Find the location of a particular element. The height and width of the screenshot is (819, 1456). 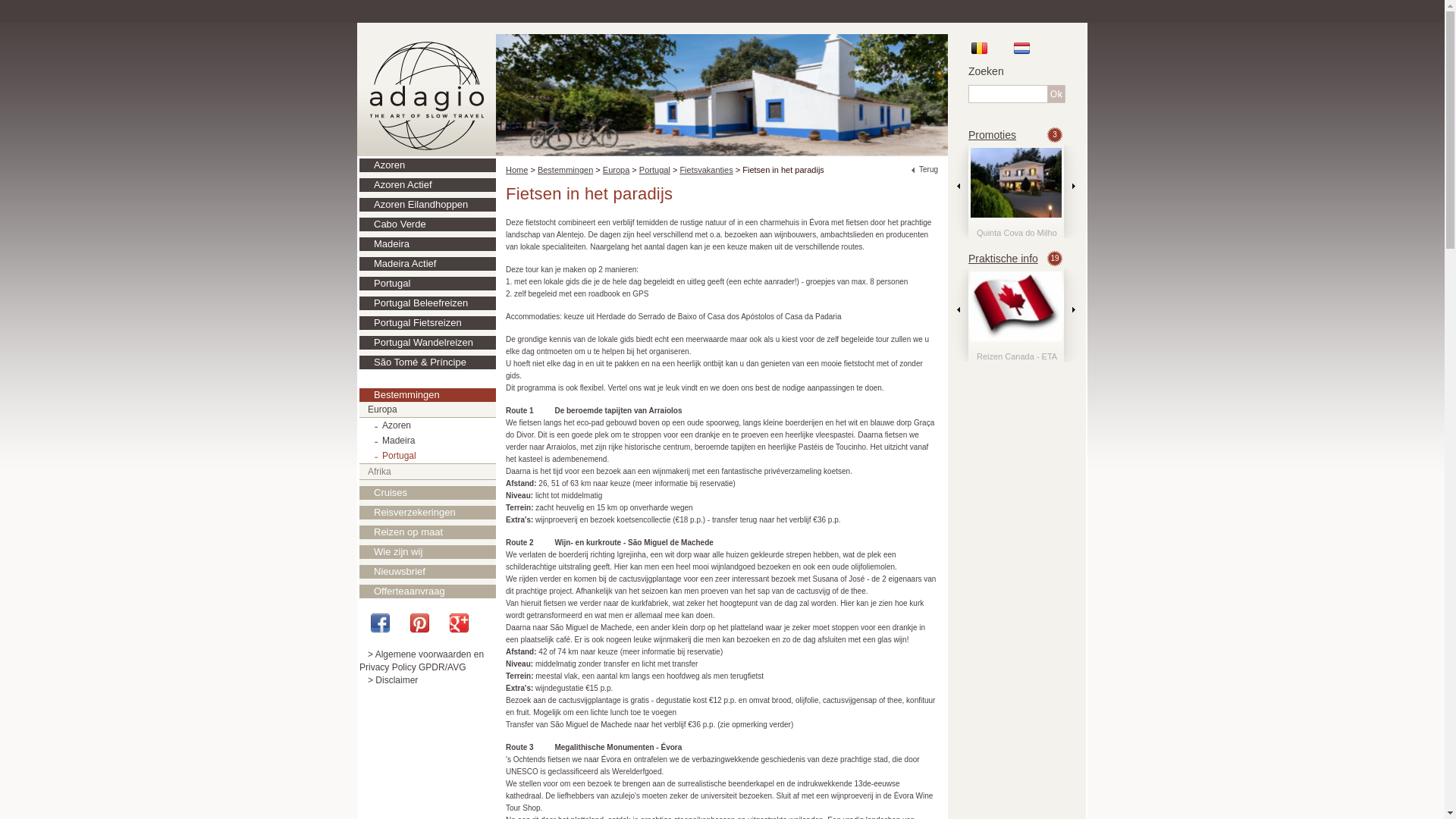

'Portugal Wandelreizen' is located at coordinates (427, 342).